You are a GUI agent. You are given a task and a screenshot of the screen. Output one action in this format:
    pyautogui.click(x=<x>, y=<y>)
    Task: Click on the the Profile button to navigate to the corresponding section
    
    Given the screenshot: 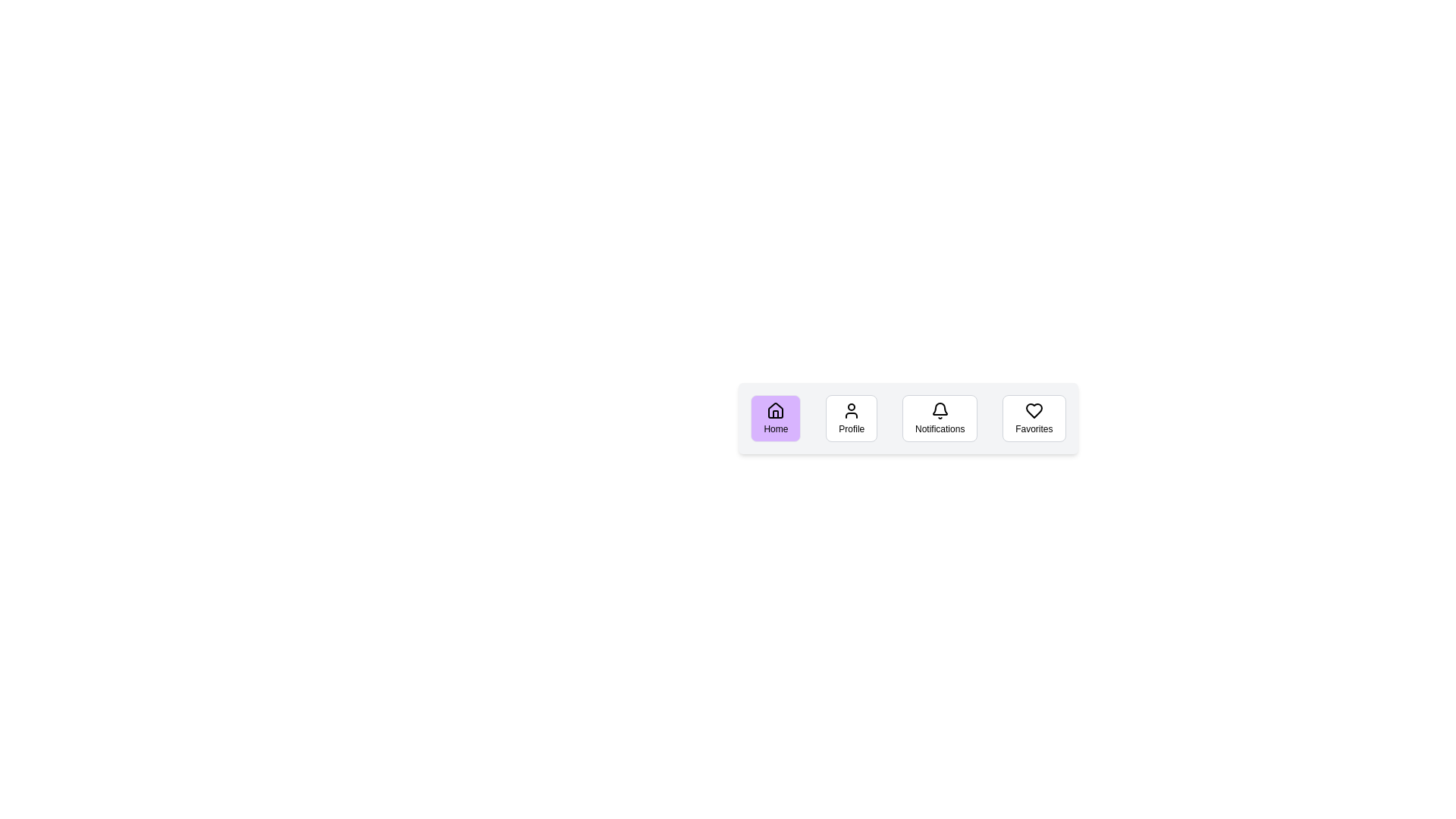 What is the action you would take?
    pyautogui.click(x=852, y=418)
    